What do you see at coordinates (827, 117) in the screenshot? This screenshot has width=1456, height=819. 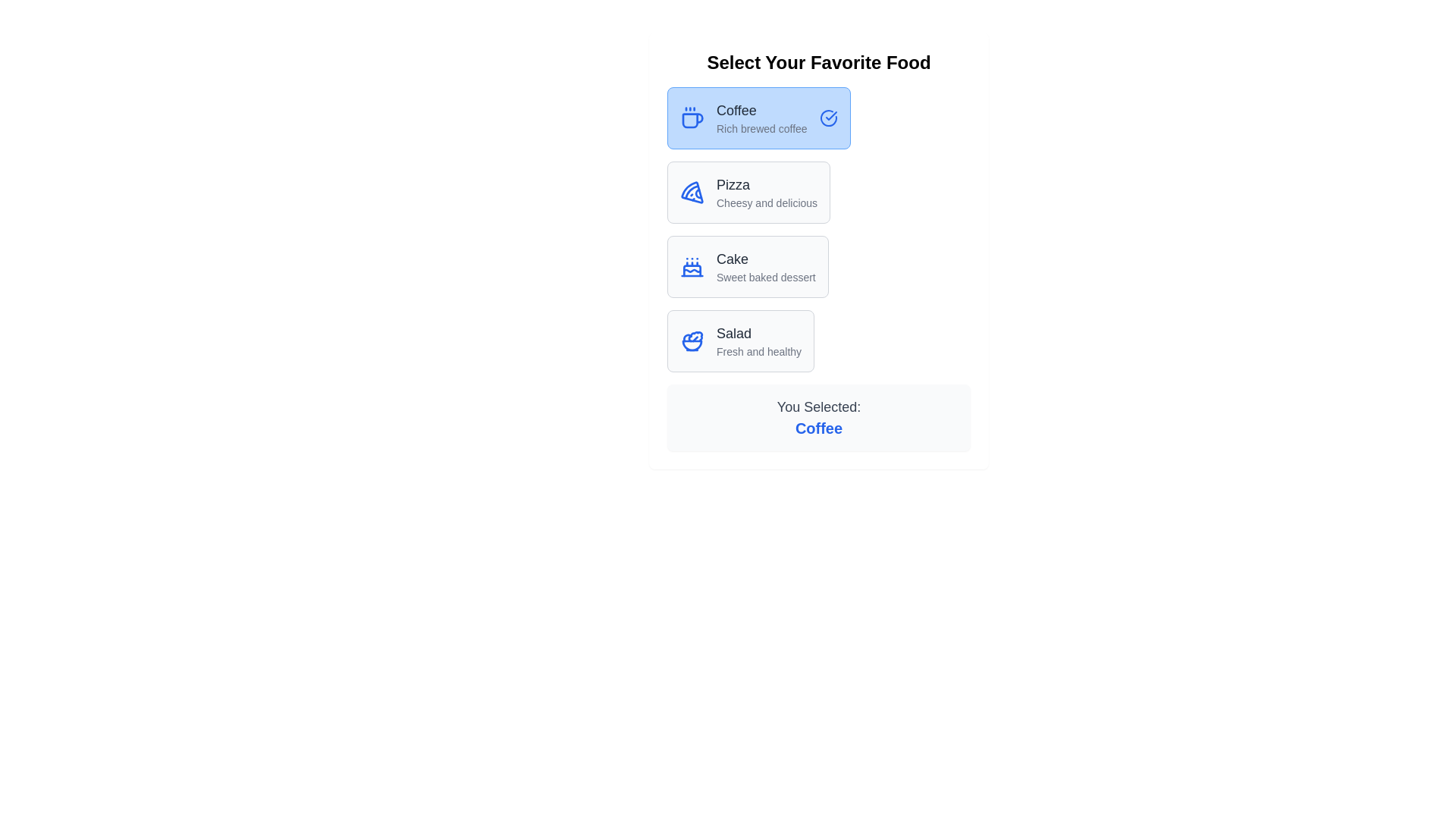 I see `the circular part of the checkmark icon indicating selection for the Coffee option in the menu, located within the blue-highlighted selection bar` at bounding box center [827, 117].